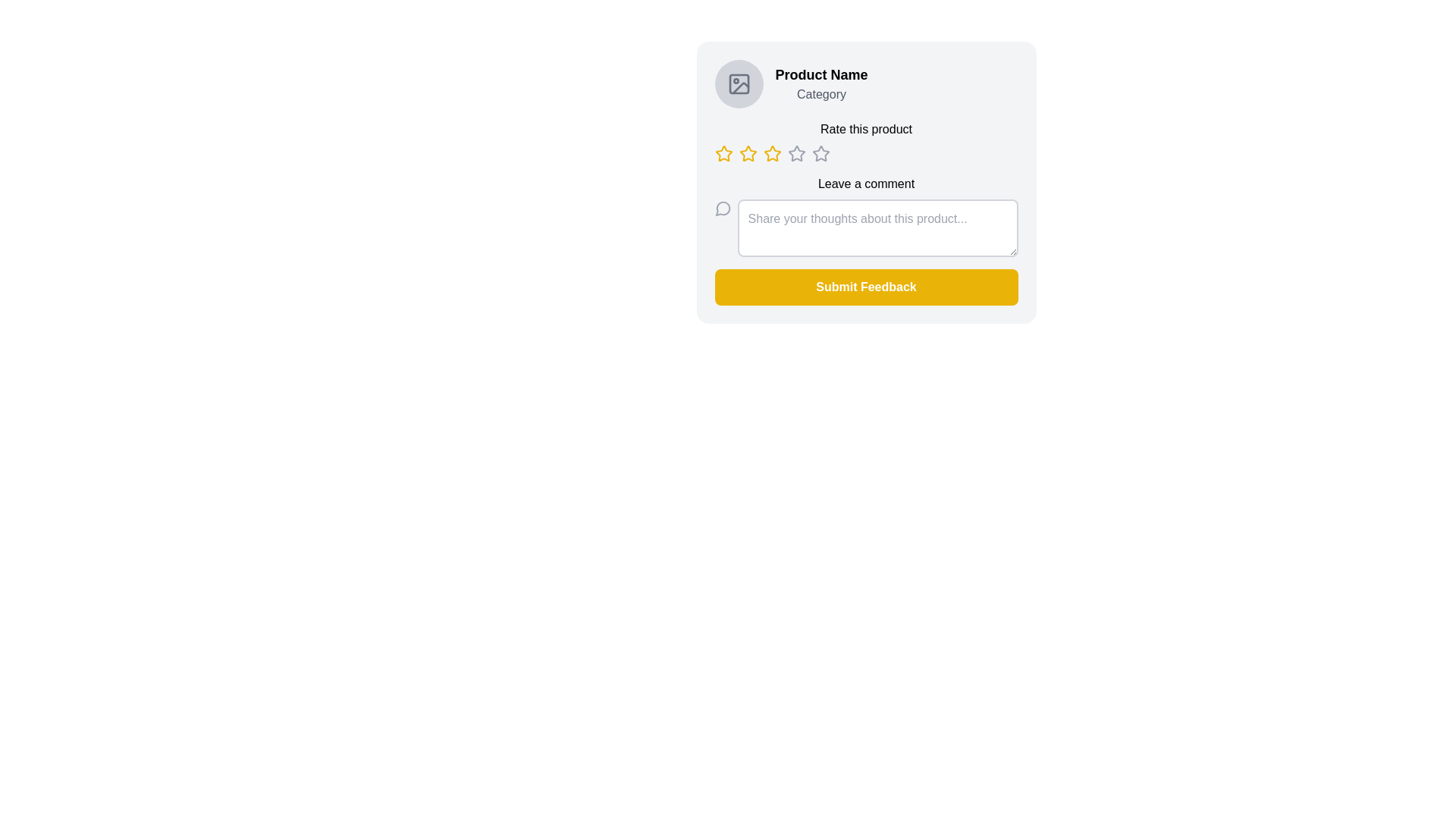 Image resolution: width=1456 pixels, height=819 pixels. What do you see at coordinates (739, 84) in the screenshot?
I see `the gray image placeholder icon located at the top-left corner of the card, adjacent to the 'Product Name' text` at bounding box center [739, 84].